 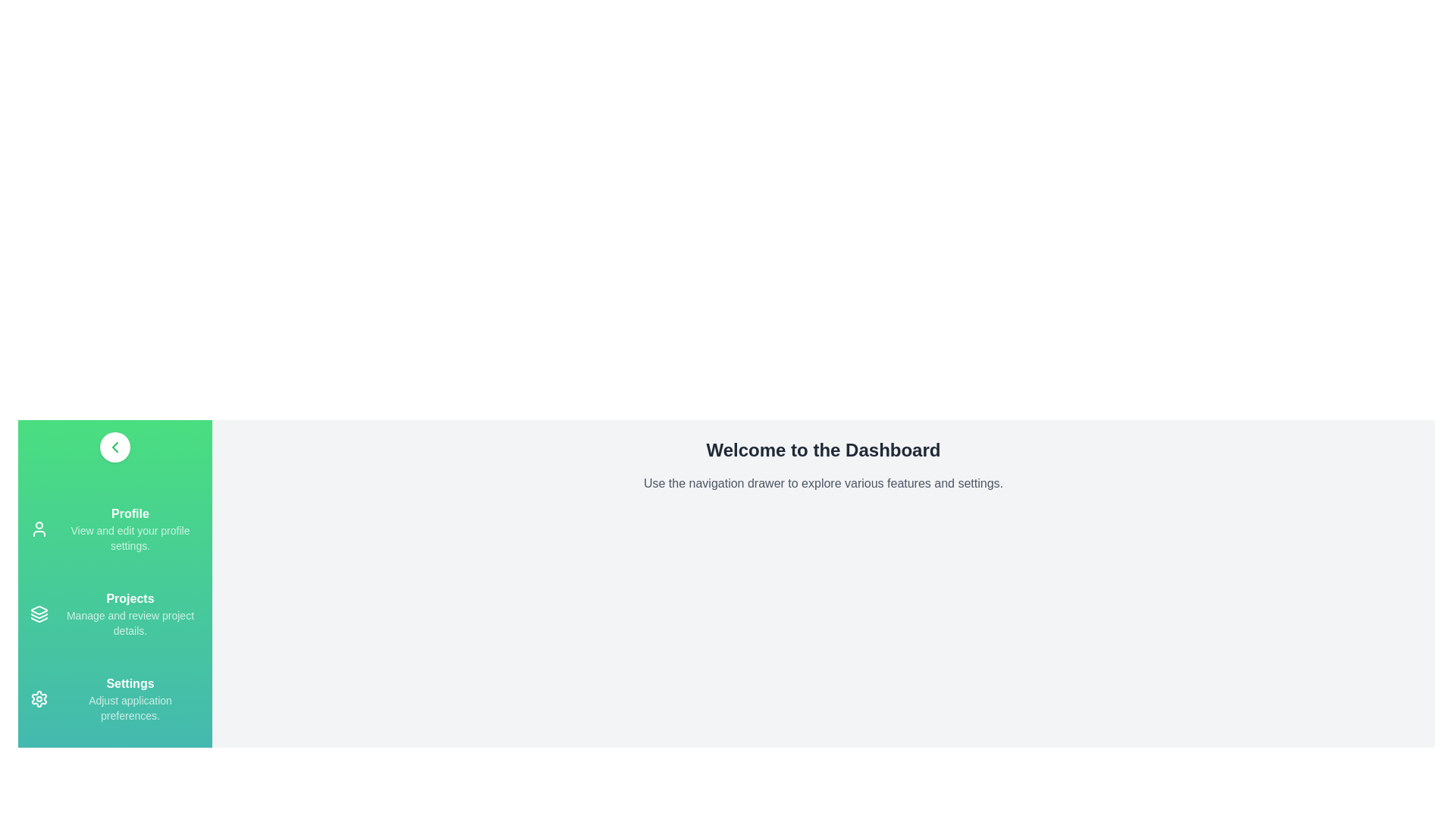 What do you see at coordinates (115, 529) in the screenshot?
I see `the menu item Profile from the navigation drawer` at bounding box center [115, 529].